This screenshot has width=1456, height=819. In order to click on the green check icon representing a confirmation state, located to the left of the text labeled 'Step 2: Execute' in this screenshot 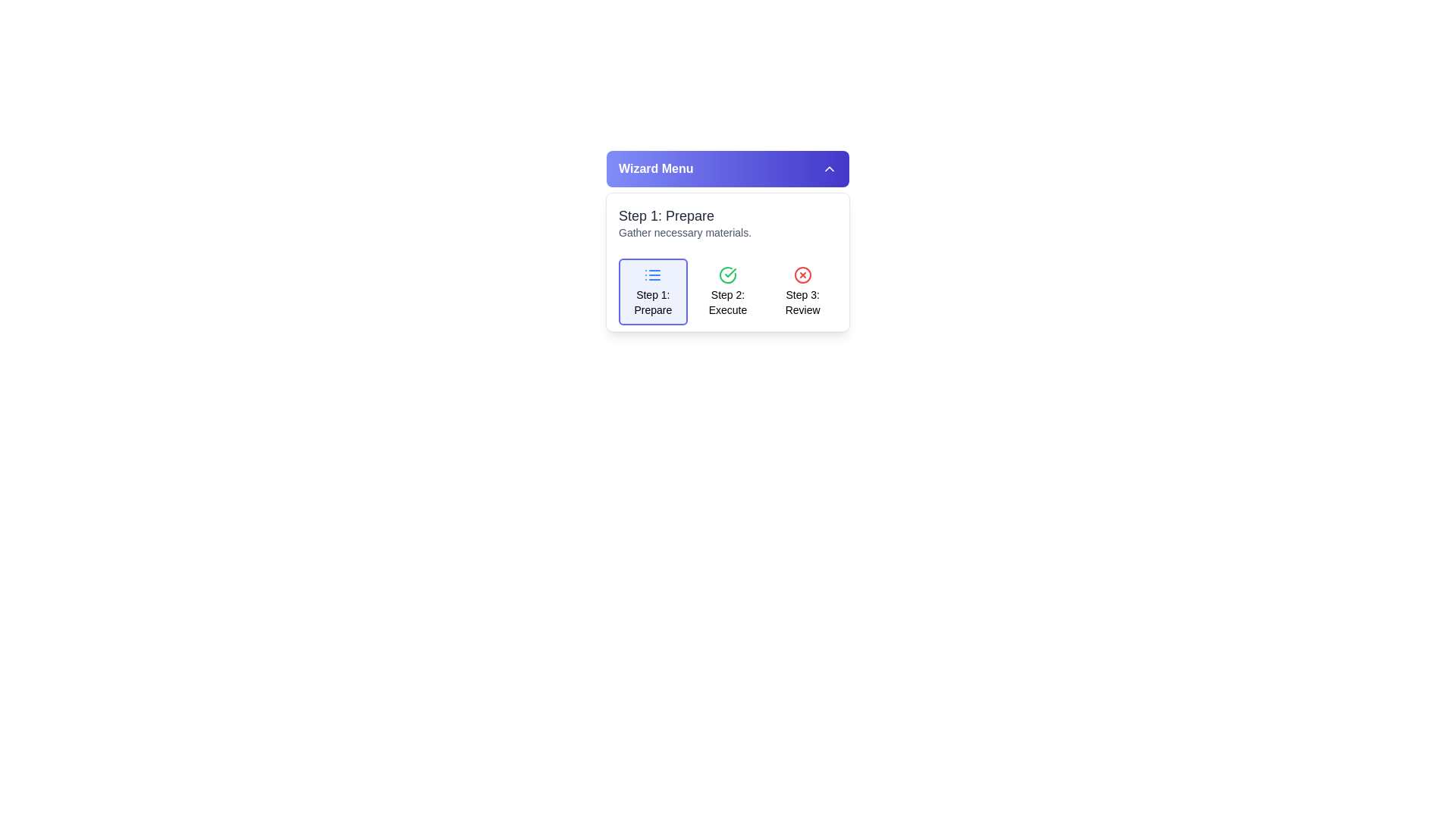, I will do `click(730, 271)`.